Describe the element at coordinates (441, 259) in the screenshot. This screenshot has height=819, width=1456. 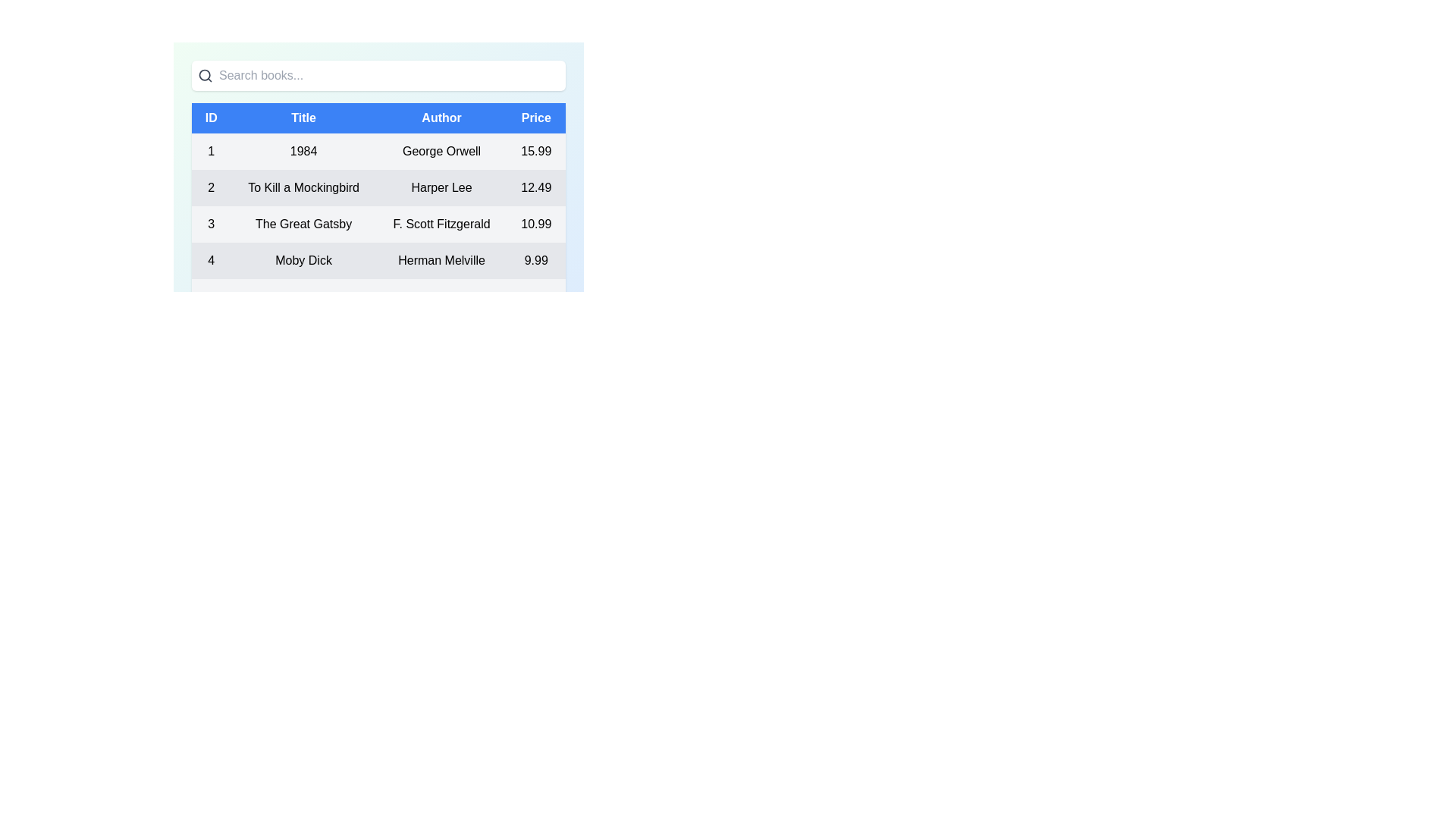
I see `the text label displaying 'Herman Melville' in the 'Author' column of the fourth row in the table` at that location.